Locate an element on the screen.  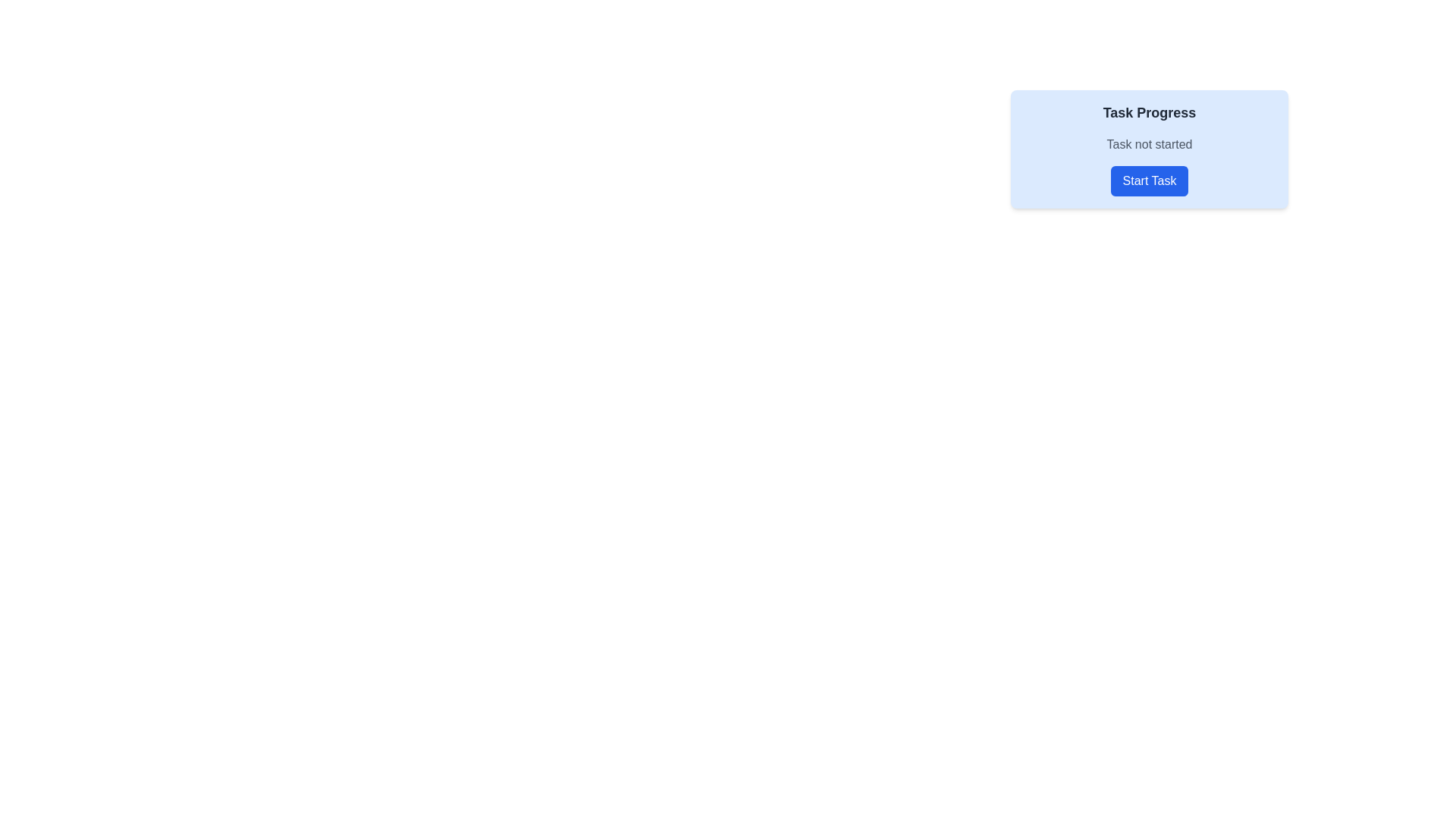
the 'Start Task' button, which is a rectangular button with a blue background and white text, located within the 'Task Progress' card is located at coordinates (1150, 180).